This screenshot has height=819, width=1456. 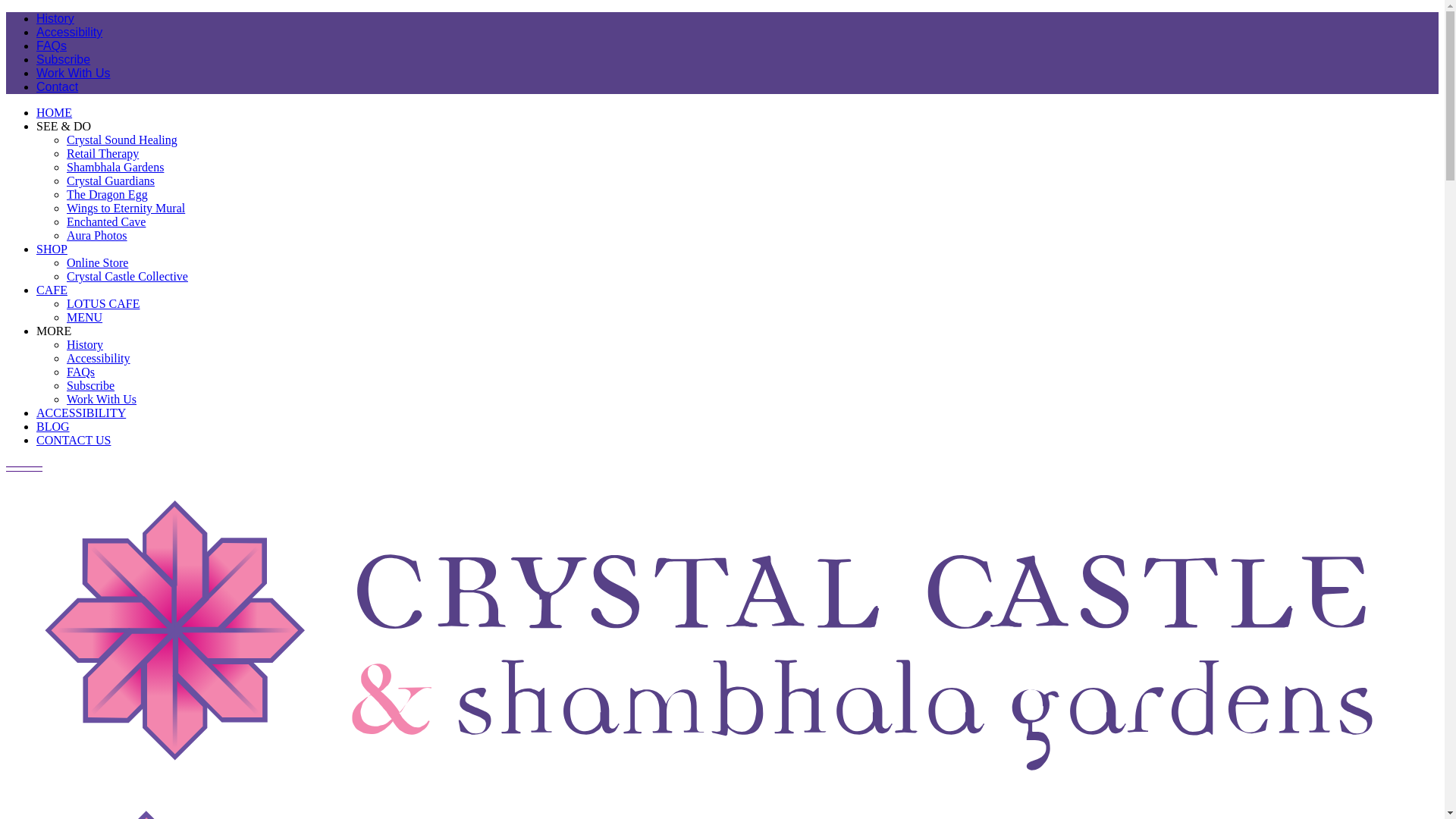 What do you see at coordinates (115, 167) in the screenshot?
I see `'Shambhala Gardens'` at bounding box center [115, 167].